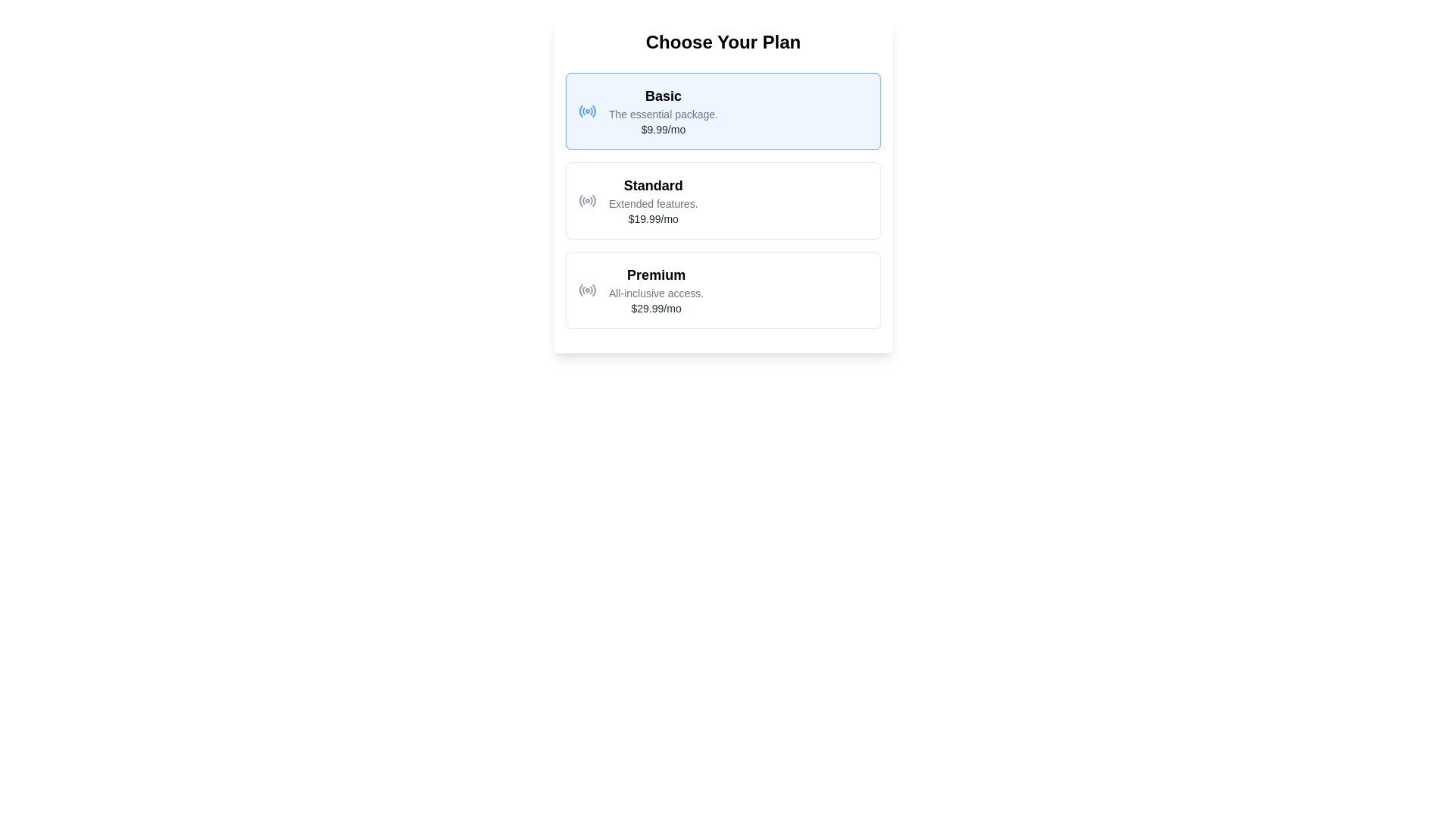 The width and height of the screenshot is (1456, 819). What do you see at coordinates (586, 200) in the screenshot?
I see `the associated option of the radio button located within the 'Standard' section, to the left of the text 'Extended features'` at bounding box center [586, 200].